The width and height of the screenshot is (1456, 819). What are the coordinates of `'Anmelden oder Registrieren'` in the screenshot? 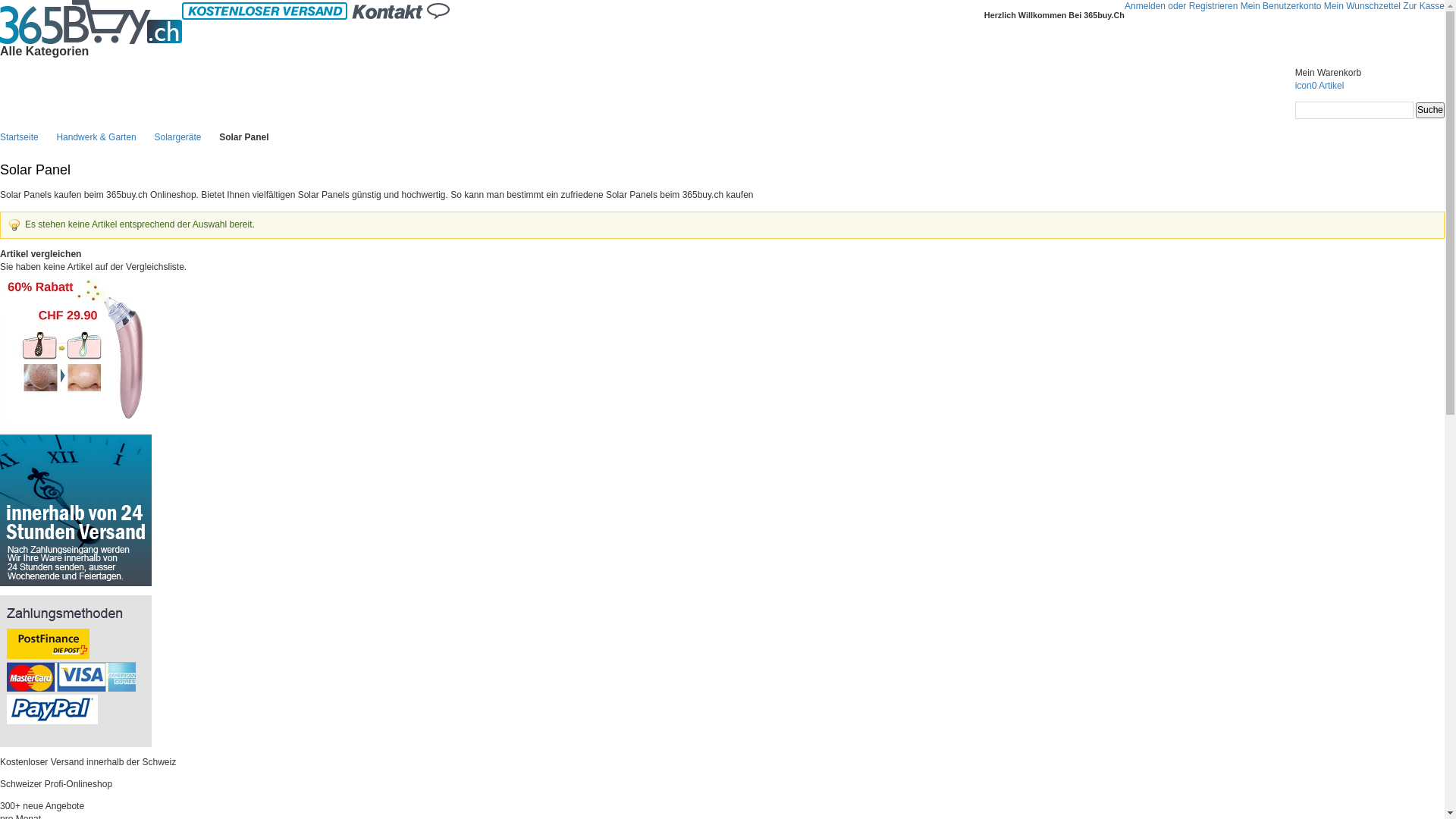 It's located at (1125, 5).